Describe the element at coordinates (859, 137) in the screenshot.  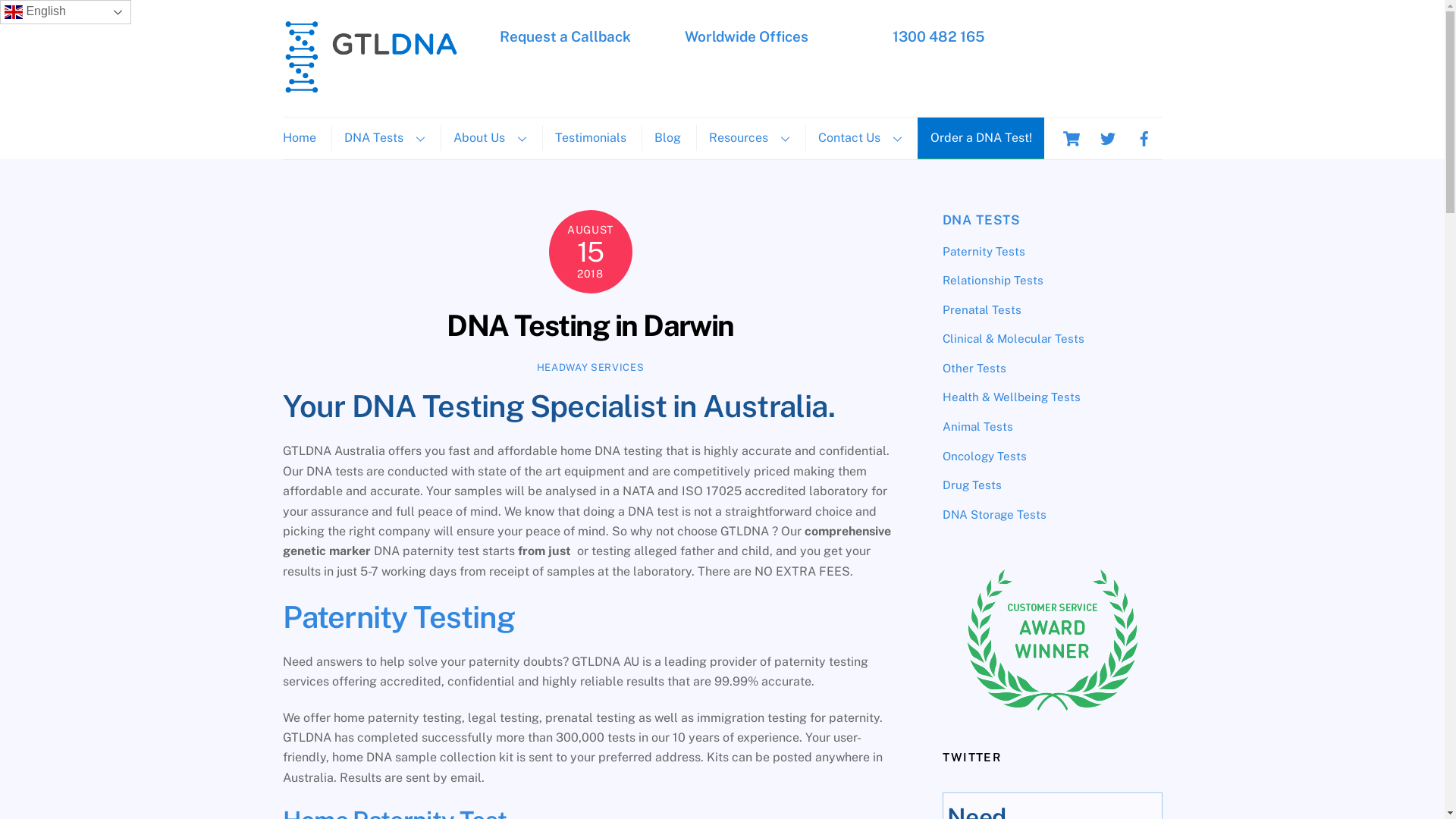
I see `'Contact Us'` at that location.